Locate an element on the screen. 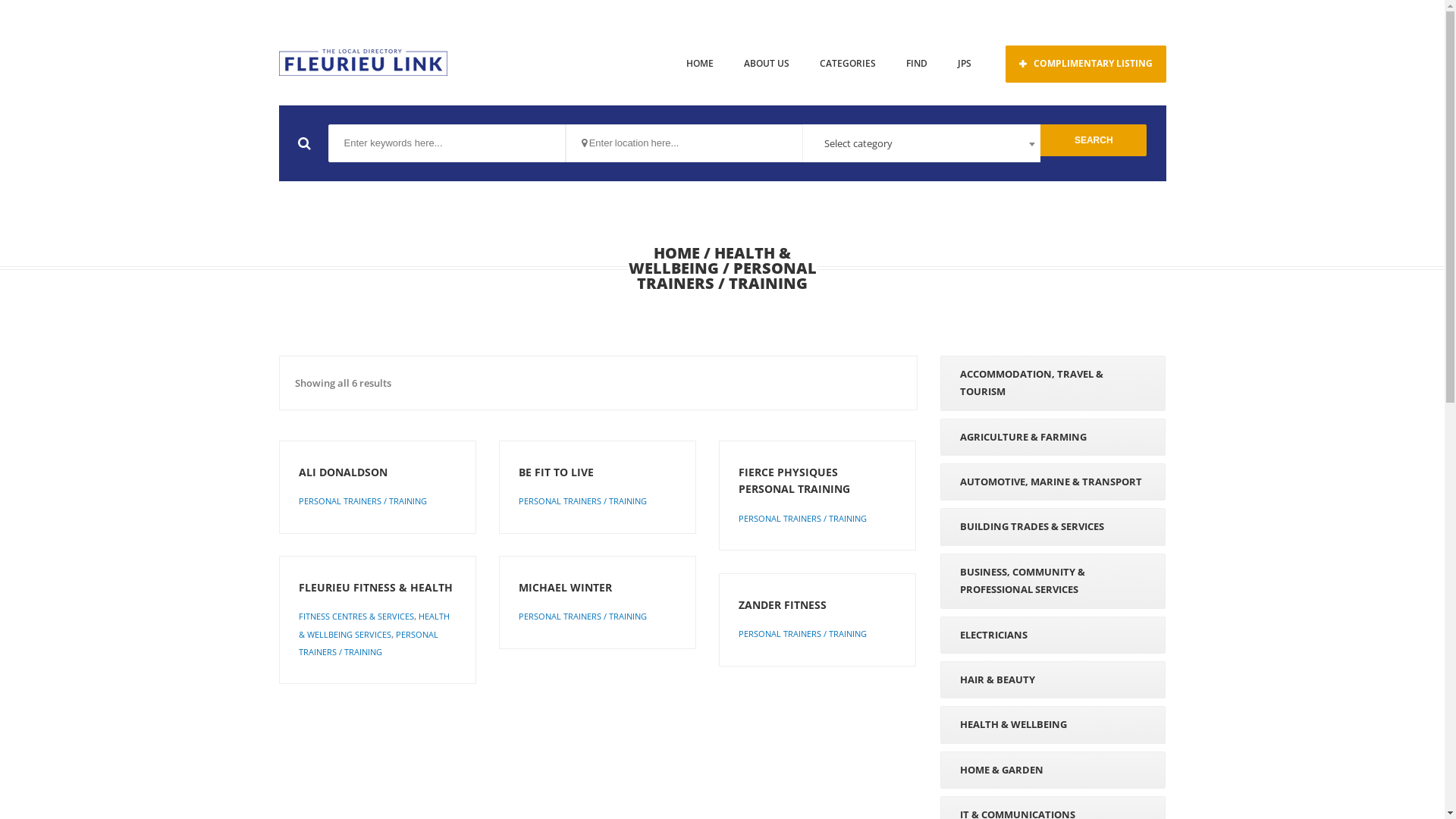 The image size is (1456, 819). 'BE FIT TO LIVE' is located at coordinates (519, 472).